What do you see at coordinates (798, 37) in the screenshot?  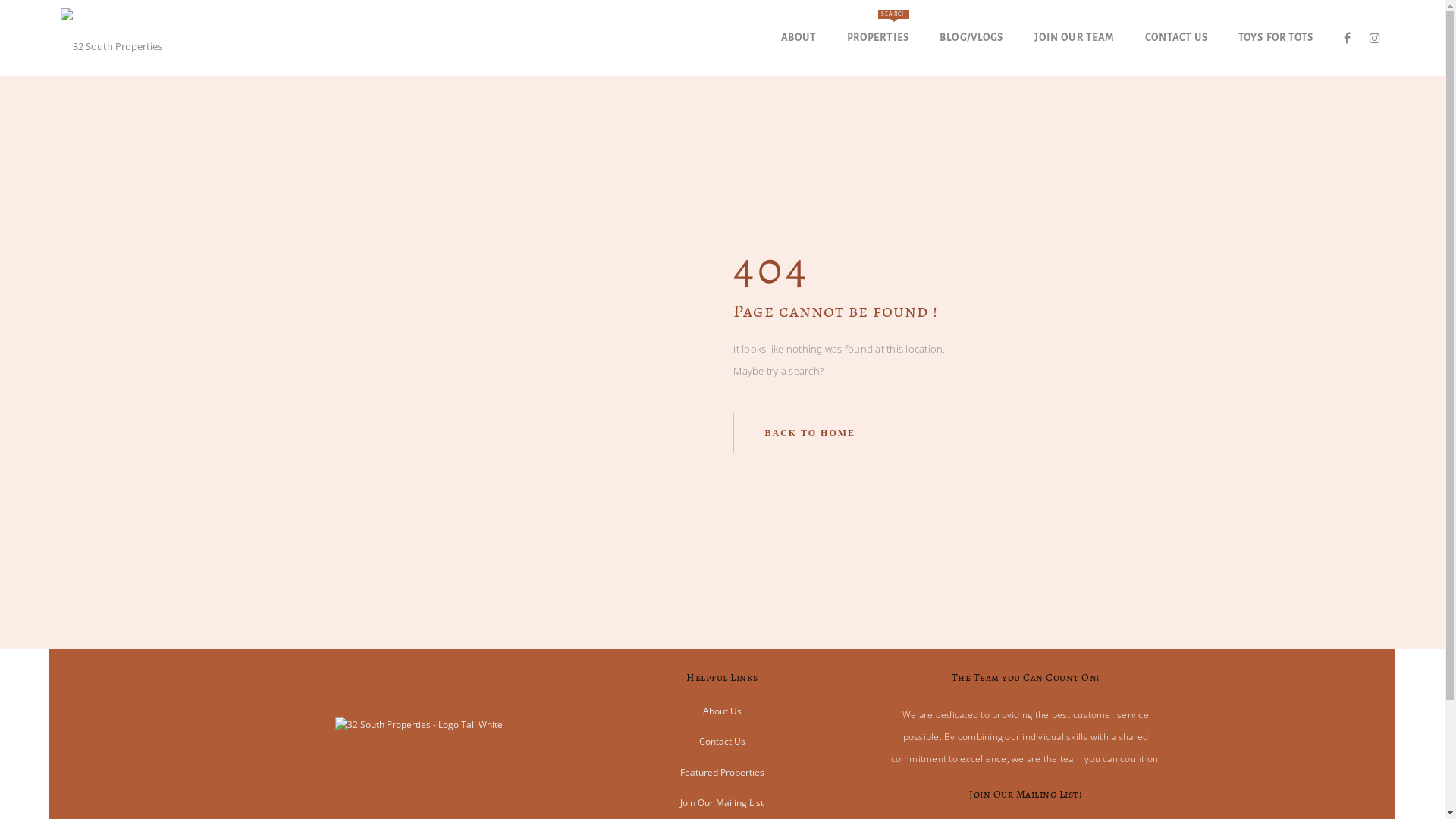 I see `'ABOUT'` at bounding box center [798, 37].